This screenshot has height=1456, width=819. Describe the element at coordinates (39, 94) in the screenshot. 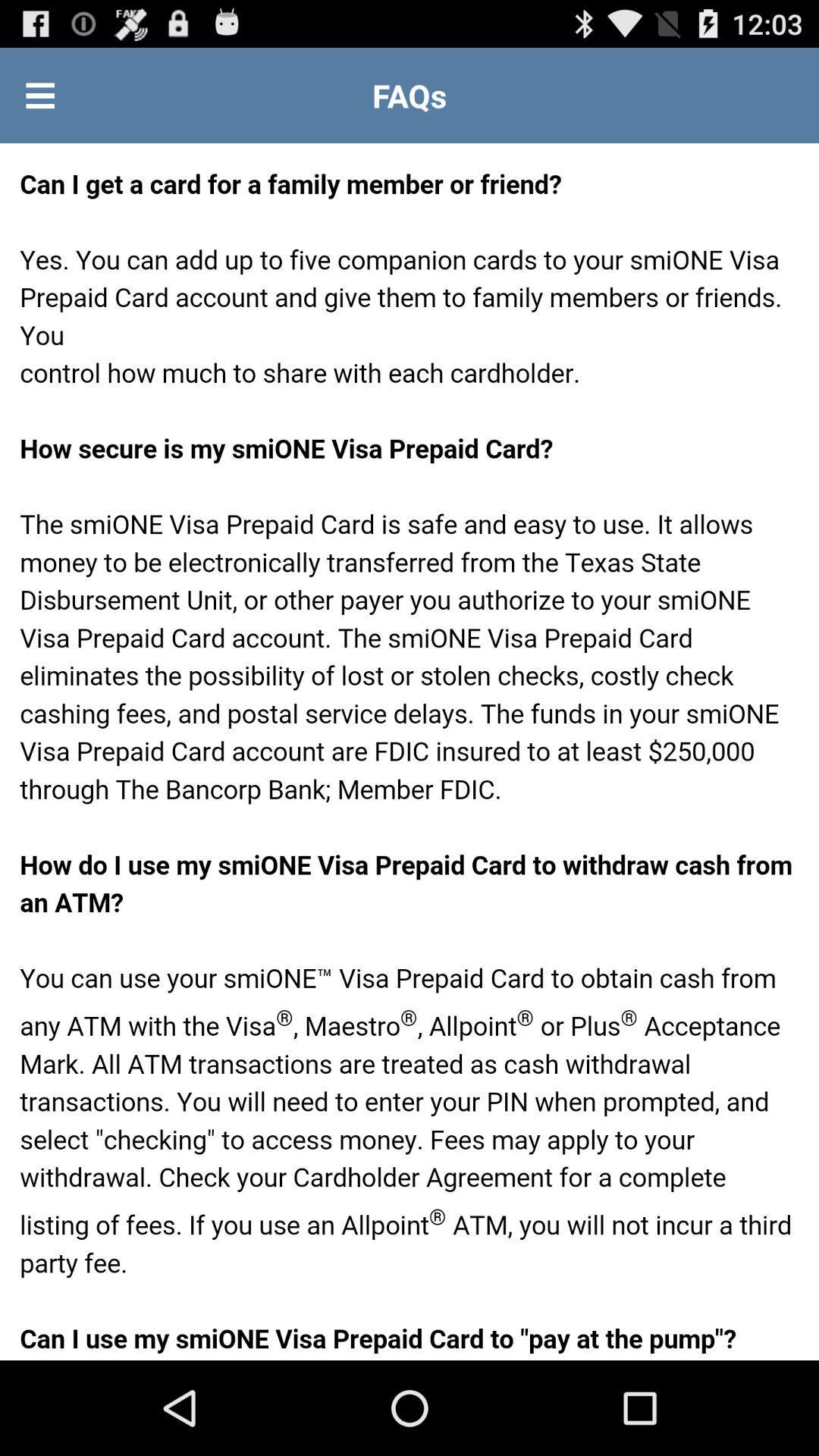

I see `menu bar` at that location.